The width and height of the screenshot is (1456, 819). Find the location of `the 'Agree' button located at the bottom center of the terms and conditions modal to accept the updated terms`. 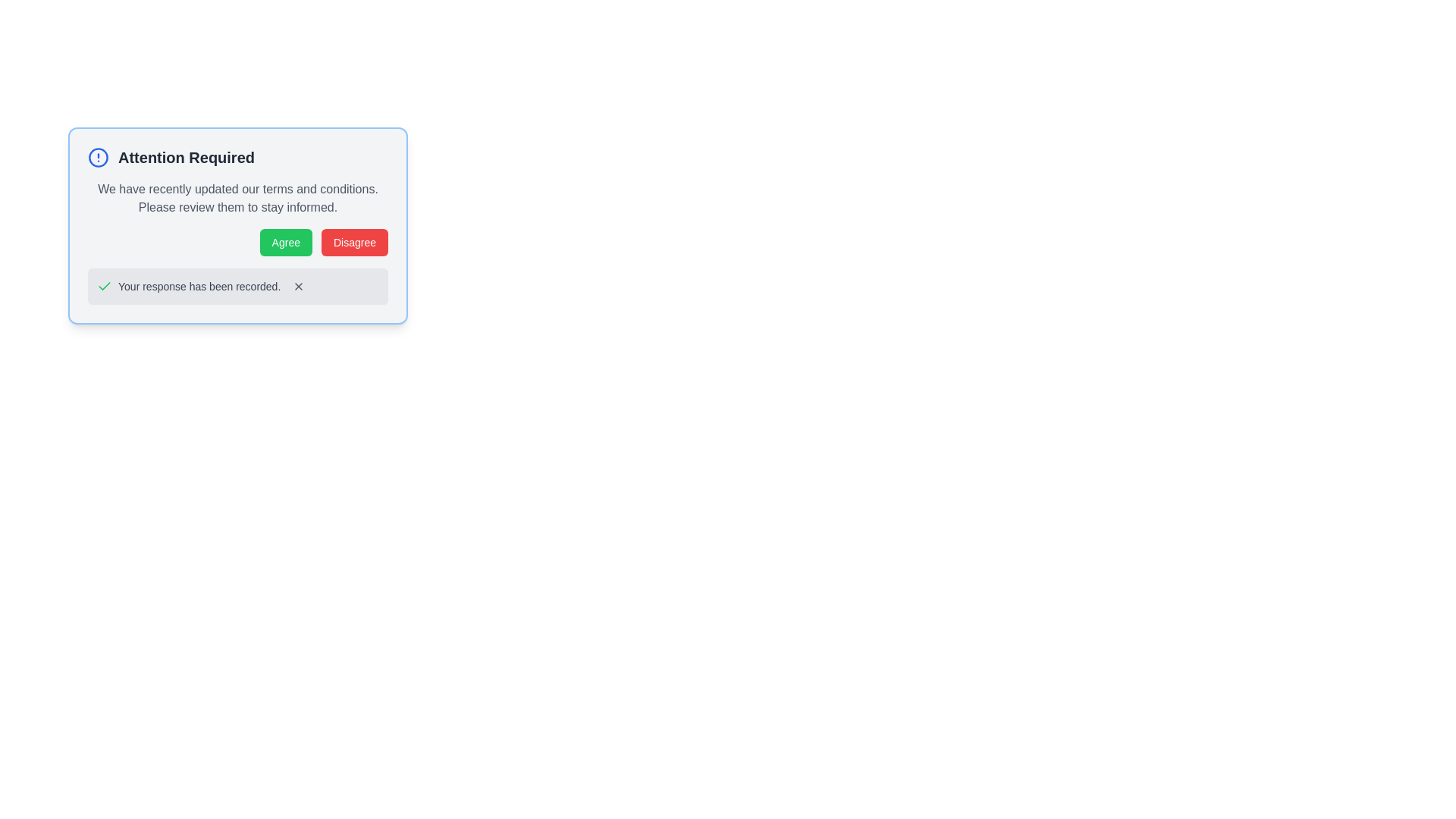

the 'Agree' button located at the bottom center of the terms and conditions modal to accept the updated terms is located at coordinates (237, 242).